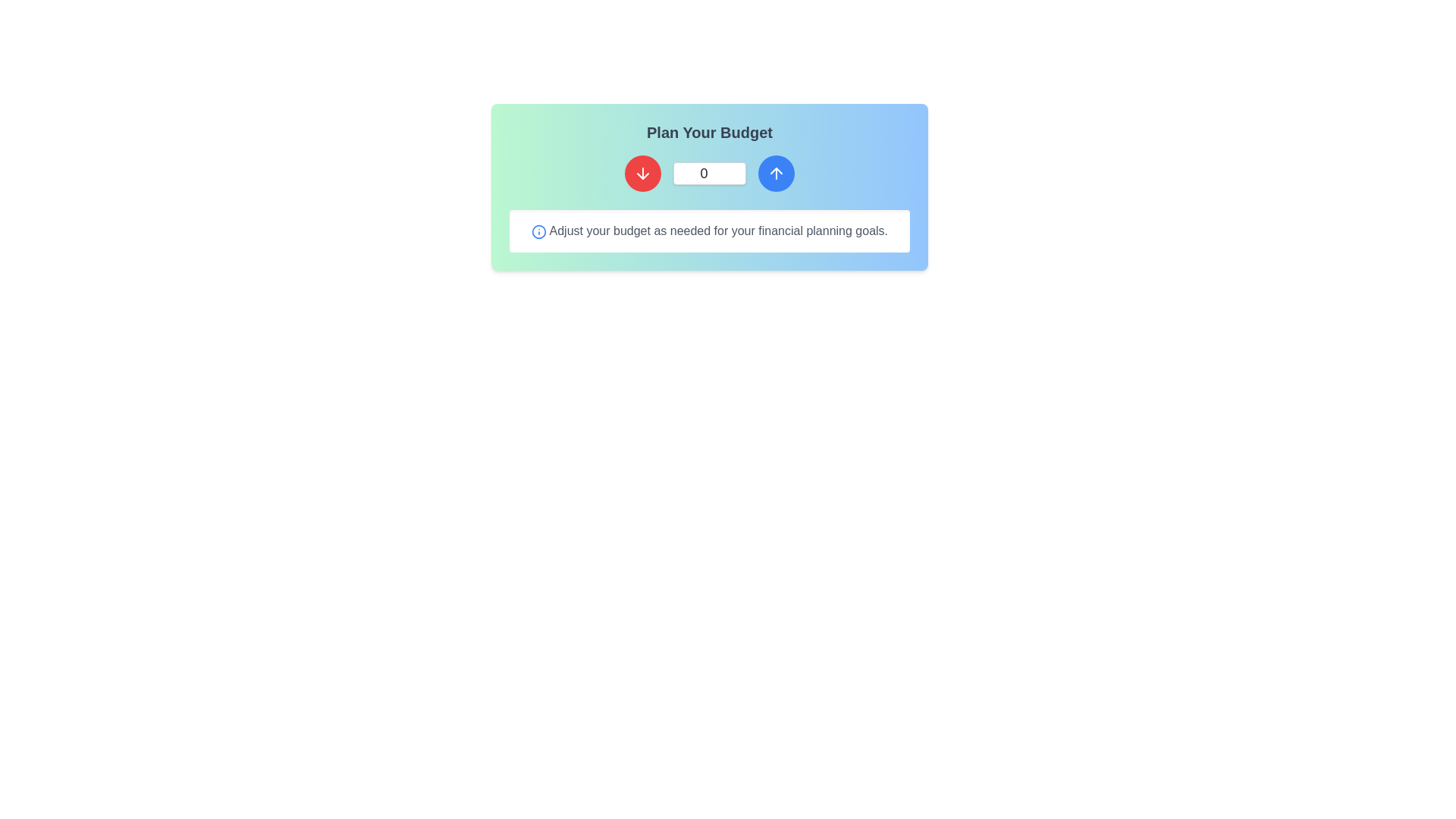 The height and width of the screenshot is (819, 1456). Describe the element at coordinates (709, 131) in the screenshot. I see `the text header reading 'Plan Your Budget', which is bold and large-sized, centered horizontally with a gray color on a gradient background from green to blue` at that location.